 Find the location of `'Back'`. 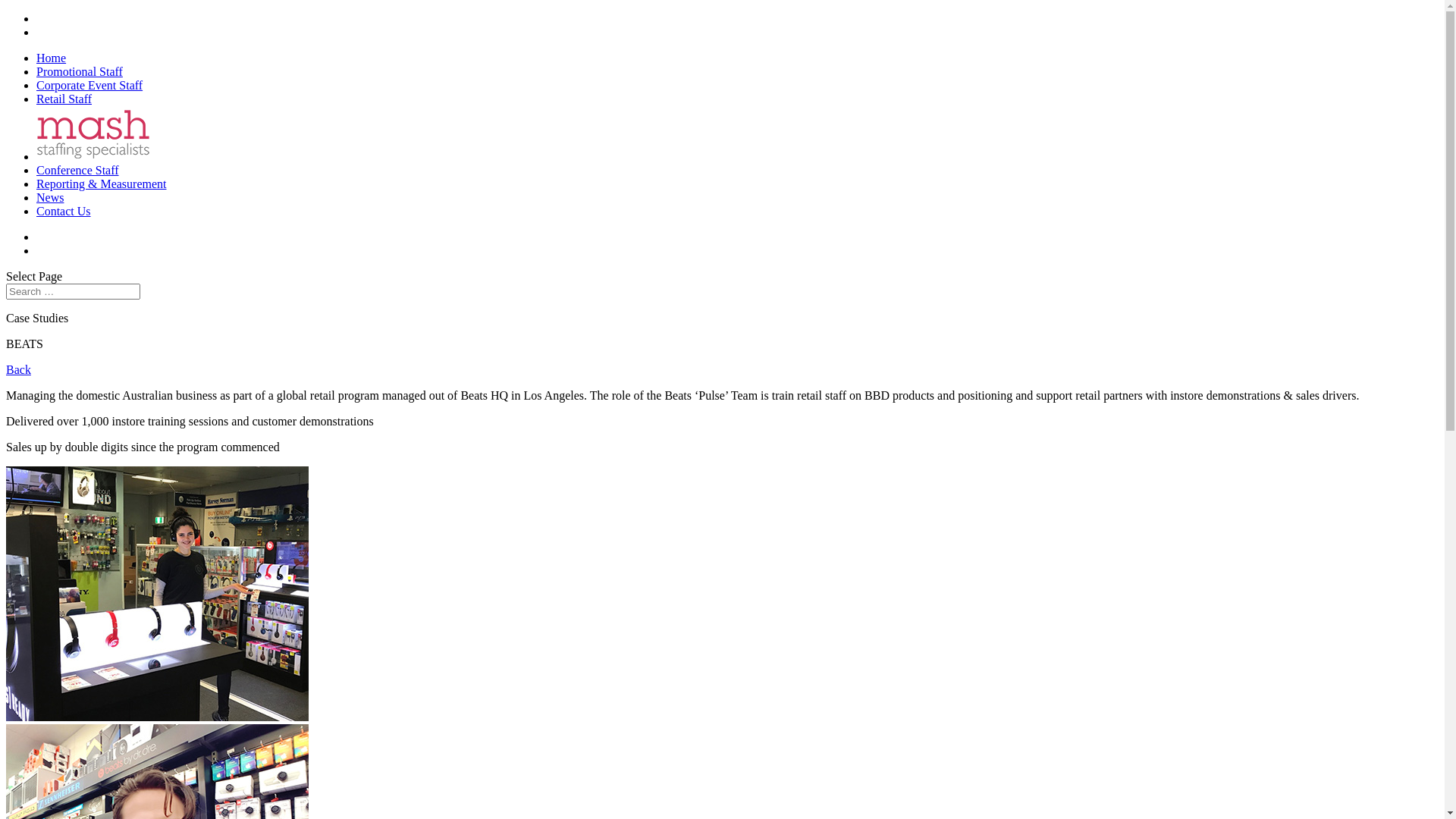

'Back' is located at coordinates (18, 369).